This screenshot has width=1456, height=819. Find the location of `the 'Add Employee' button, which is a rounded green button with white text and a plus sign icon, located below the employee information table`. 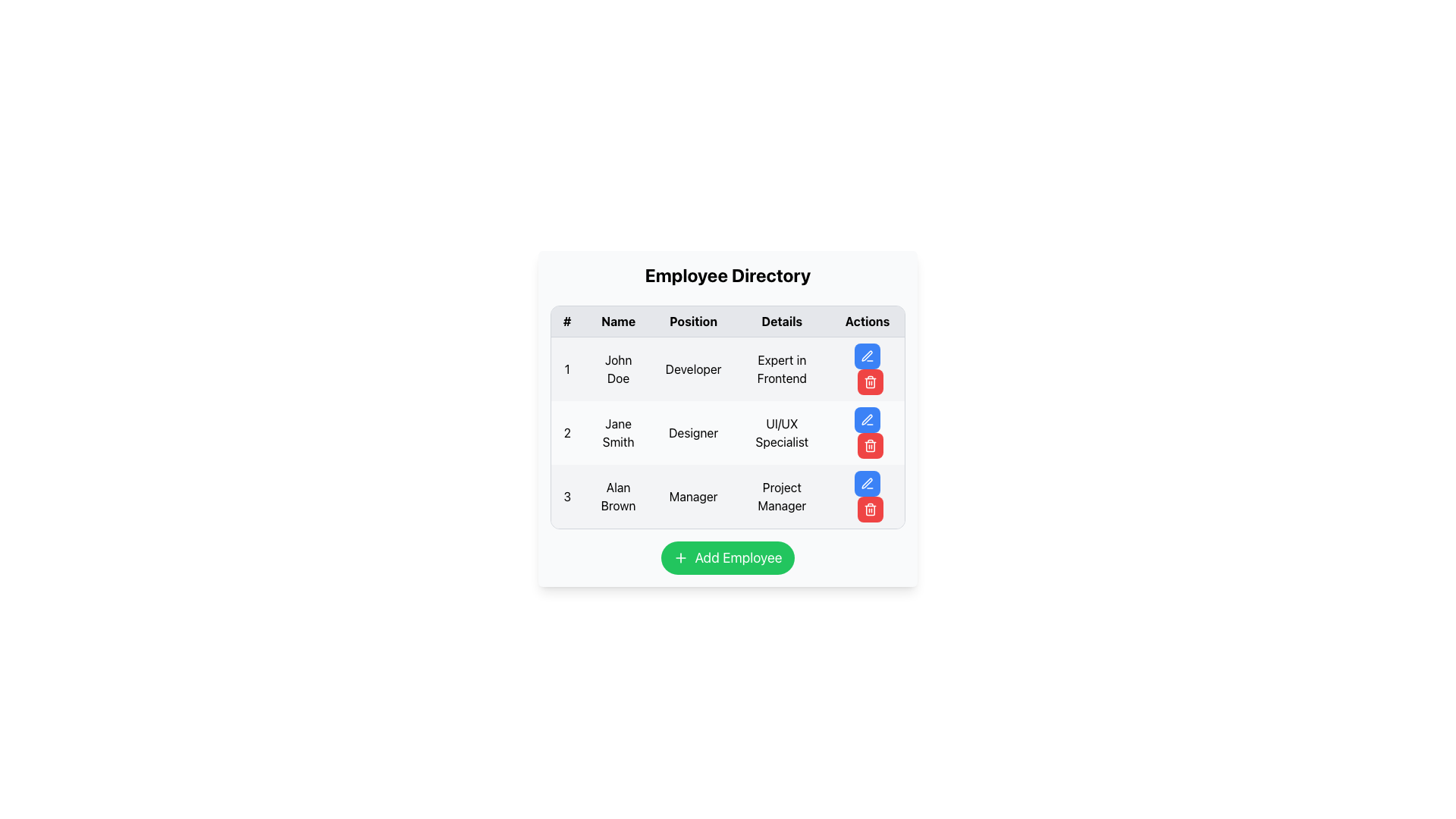

the 'Add Employee' button, which is a rounded green button with white text and a plus sign icon, located below the employee information table is located at coordinates (728, 558).